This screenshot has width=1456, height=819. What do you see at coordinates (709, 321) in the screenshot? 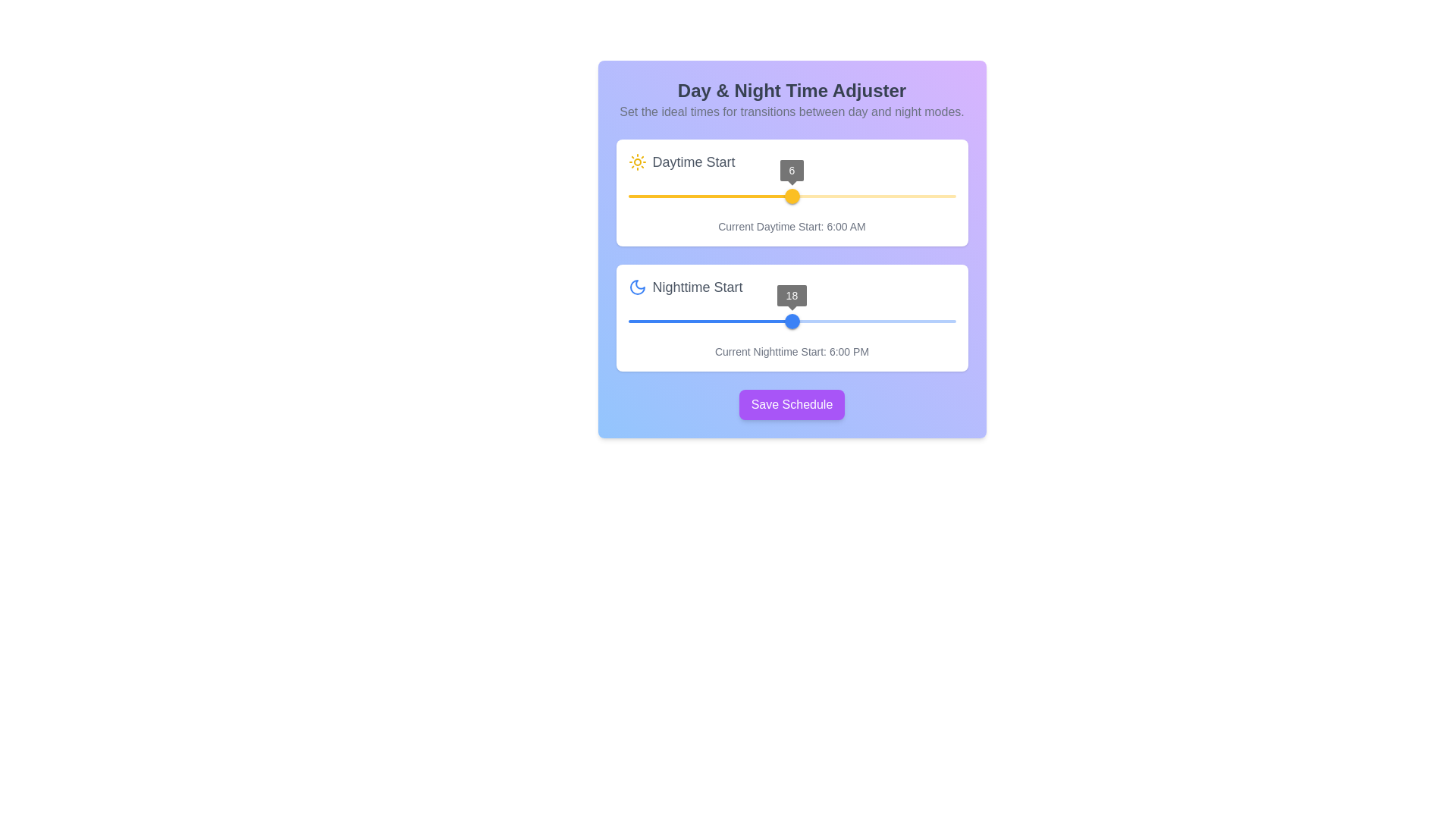
I see `the Slider track of the Nighttime Start slider bar` at bounding box center [709, 321].